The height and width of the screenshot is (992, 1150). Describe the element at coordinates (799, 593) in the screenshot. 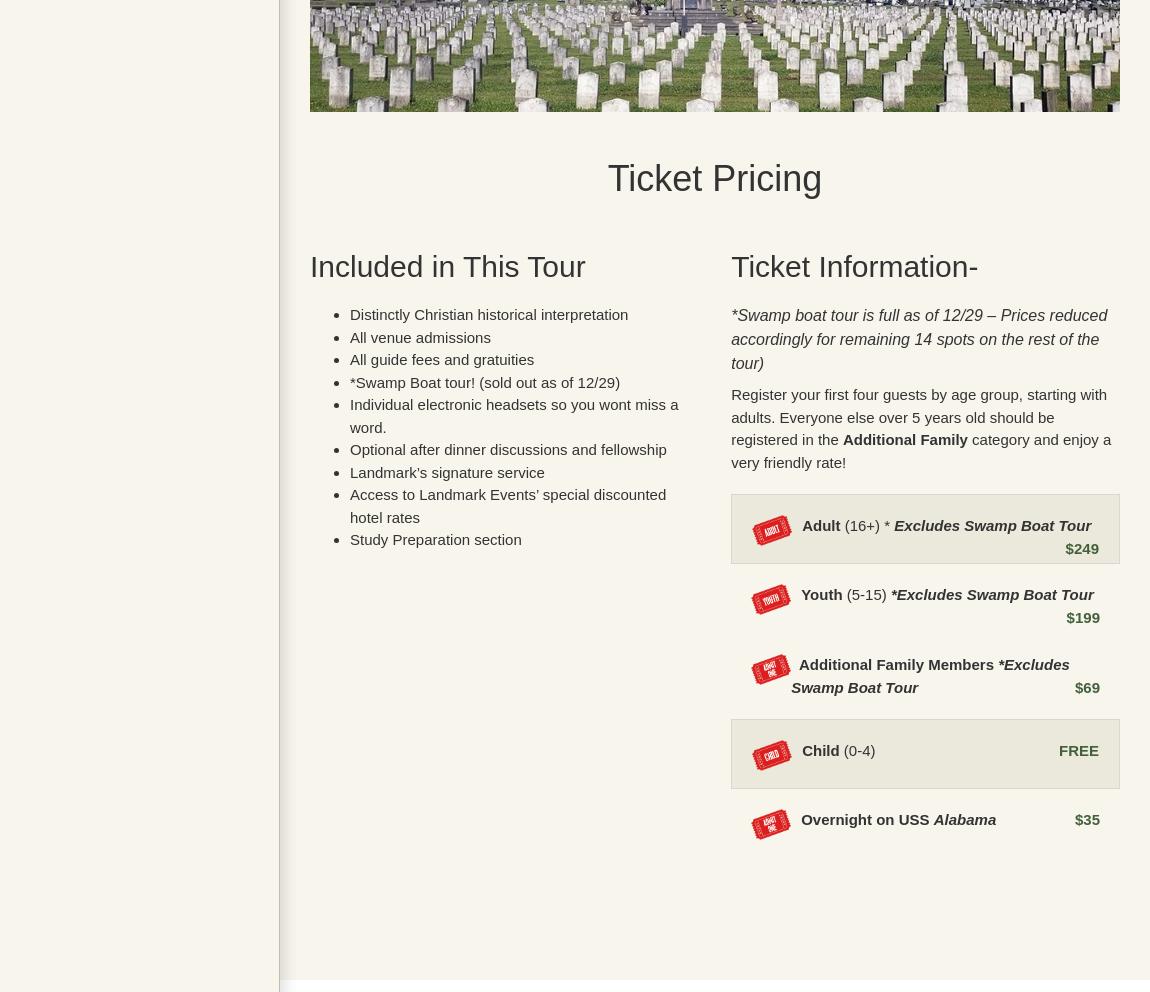

I see `'Youth'` at that location.